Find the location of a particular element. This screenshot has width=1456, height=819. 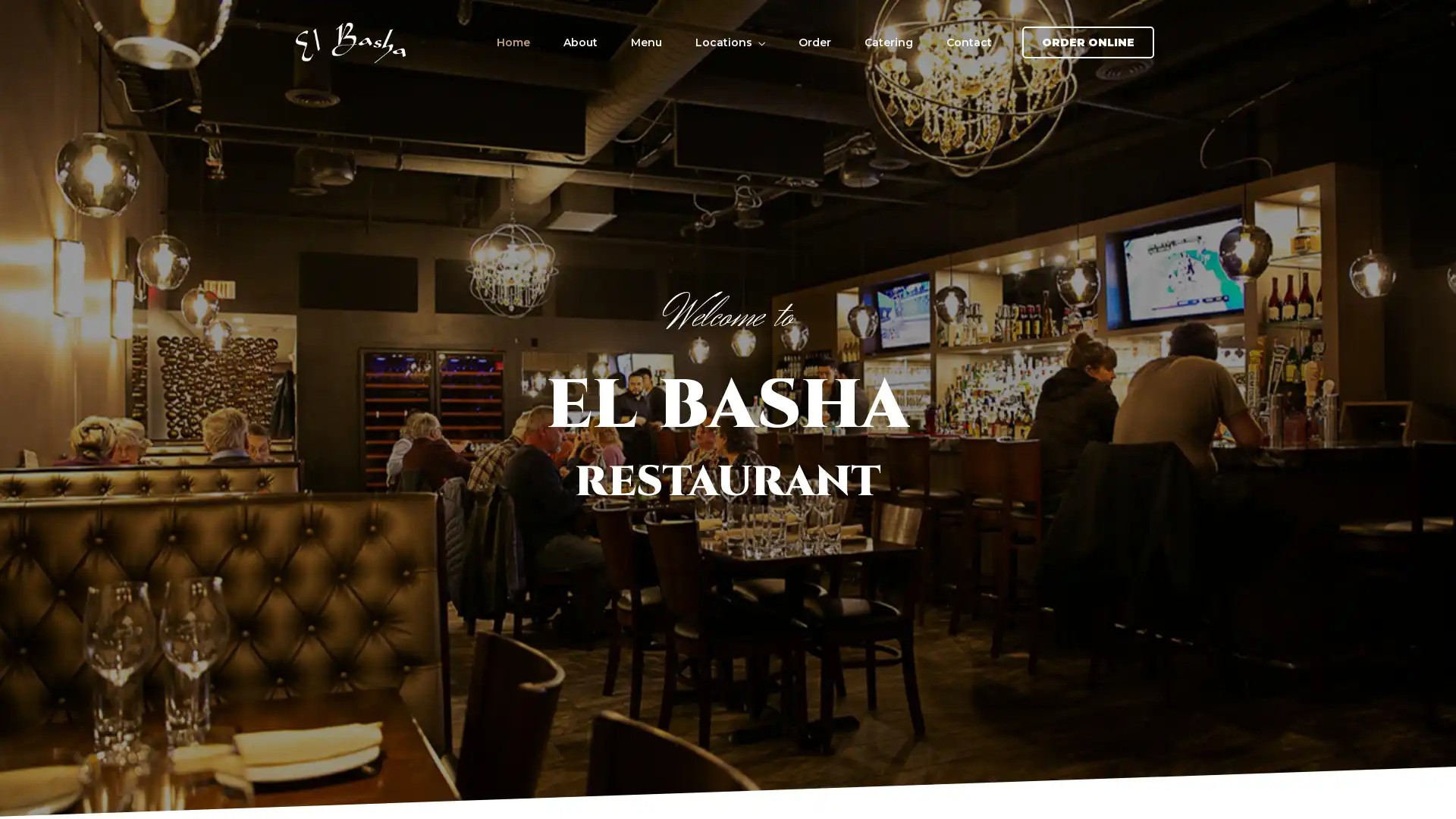

ORDER ONLINE is located at coordinates (1087, 42).